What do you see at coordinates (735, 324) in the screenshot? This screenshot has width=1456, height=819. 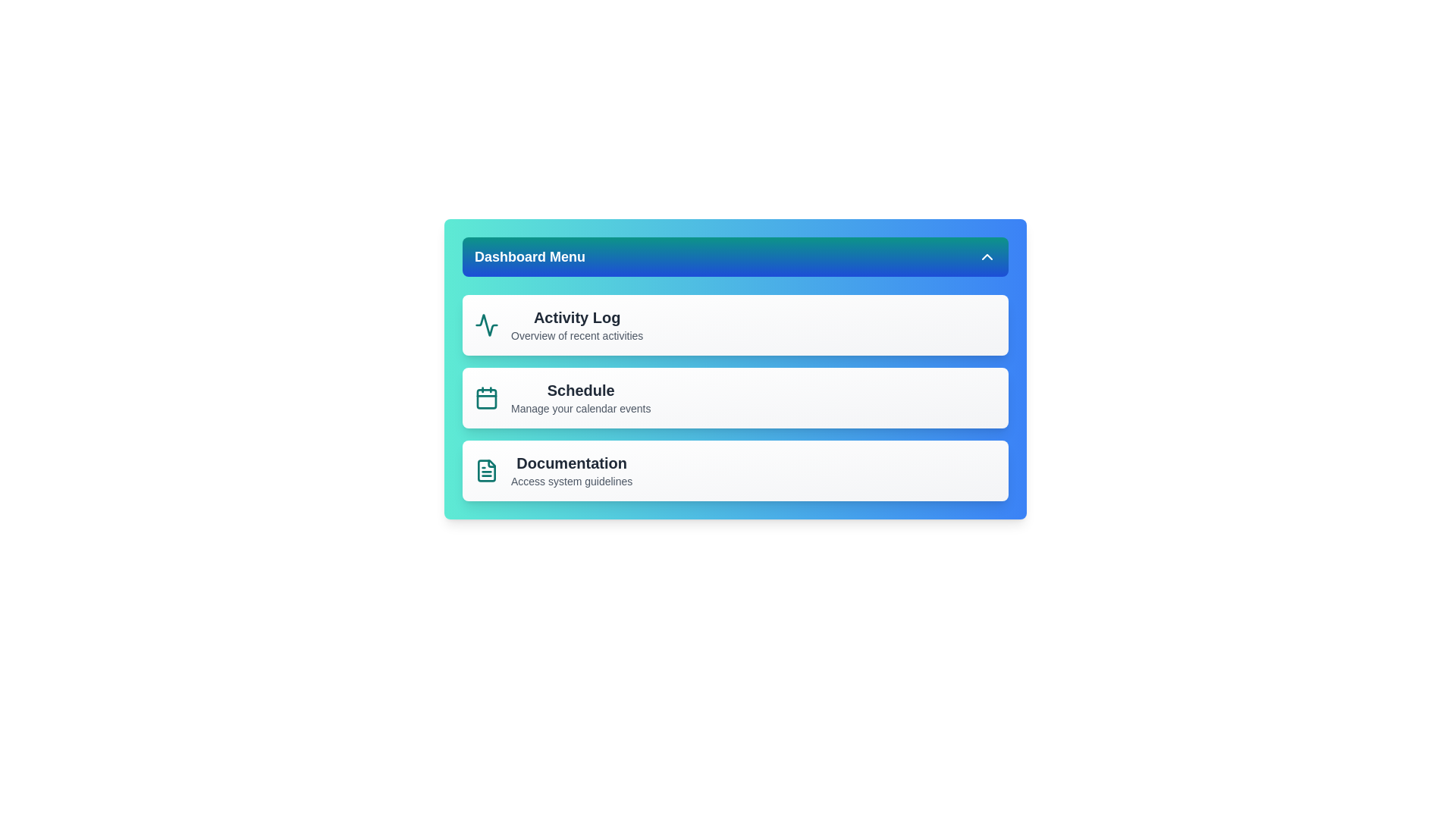 I see `the dashboard item 'Activity Log' to select it` at bounding box center [735, 324].